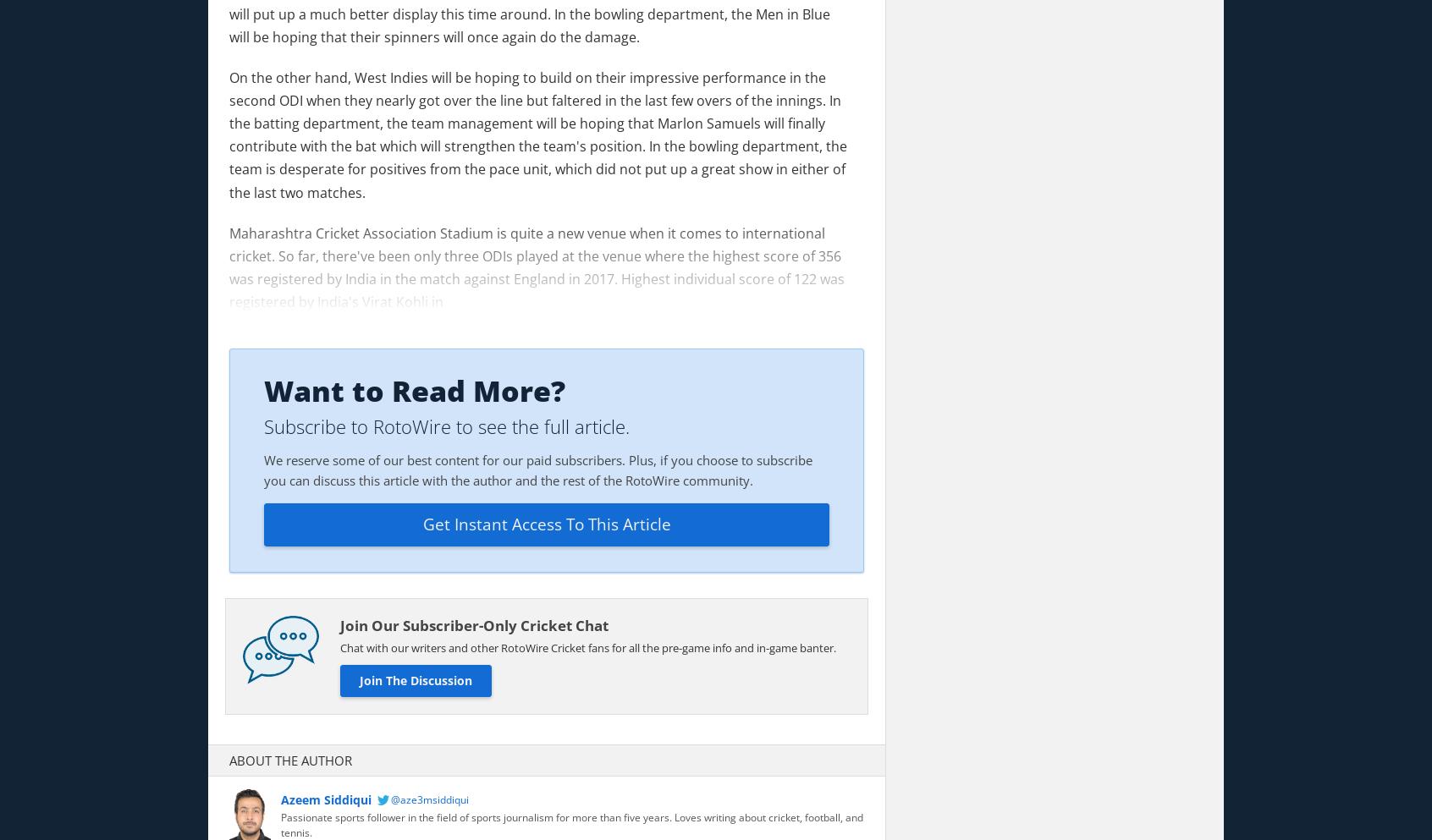 The width and height of the screenshot is (1432, 840). Describe the element at coordinates (415, 680) in the screenshot. I see `'Join The Discussion'` at that location.